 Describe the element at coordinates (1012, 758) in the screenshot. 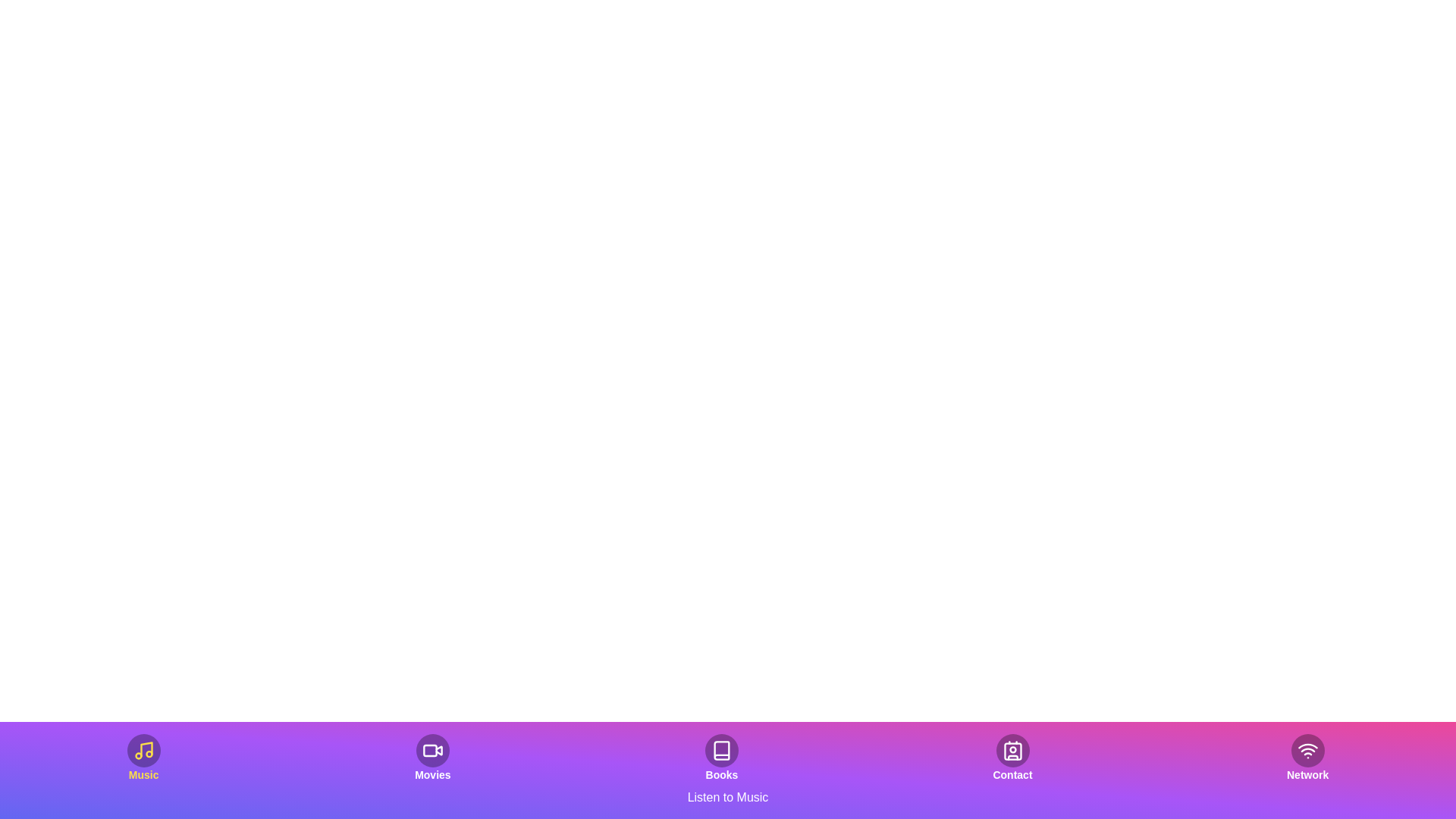

I see `the Contact tab` at that location.